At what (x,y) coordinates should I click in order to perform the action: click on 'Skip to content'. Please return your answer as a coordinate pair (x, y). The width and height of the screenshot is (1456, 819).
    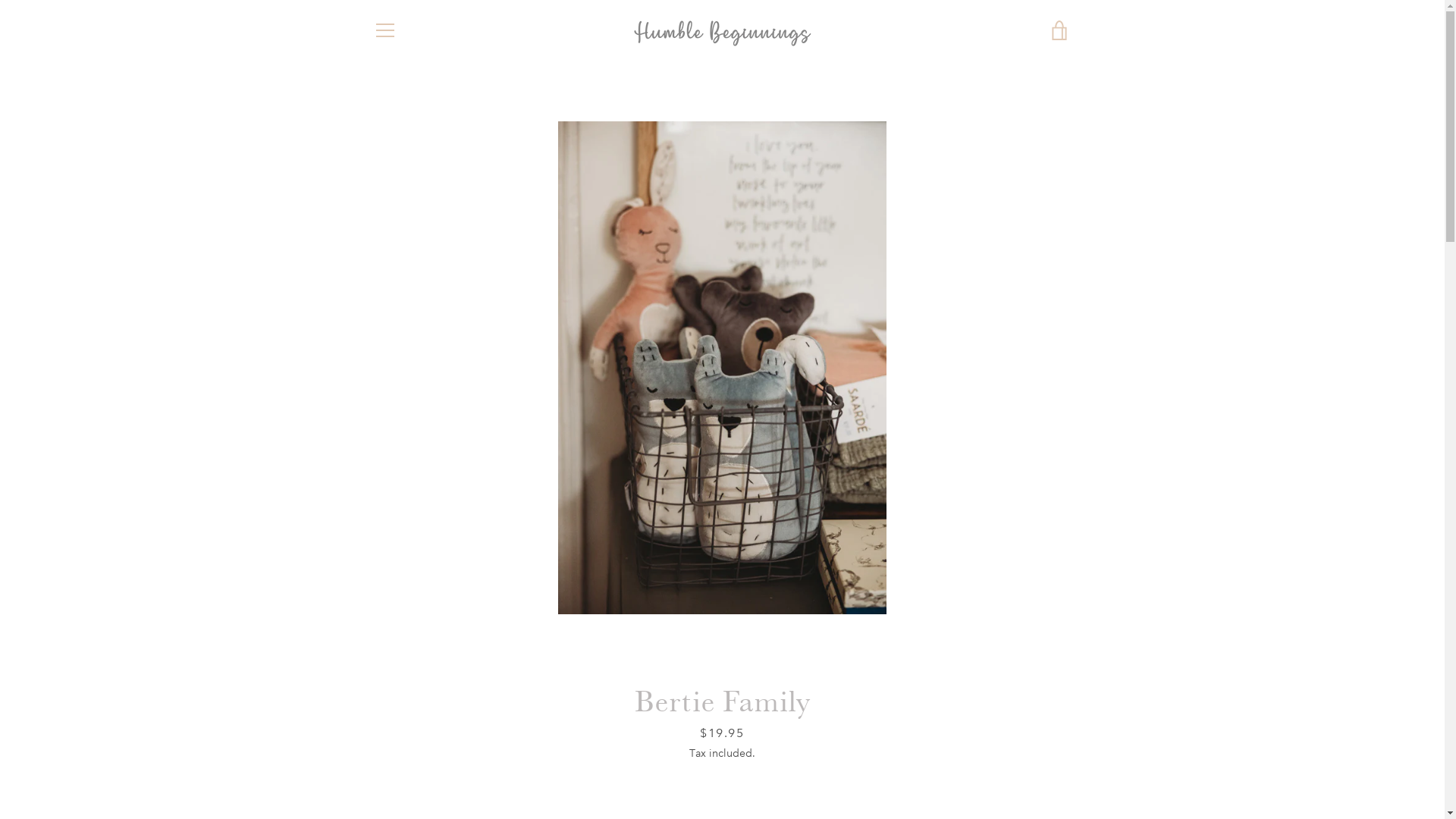
    Looking at the image, I should click on (0, 0).